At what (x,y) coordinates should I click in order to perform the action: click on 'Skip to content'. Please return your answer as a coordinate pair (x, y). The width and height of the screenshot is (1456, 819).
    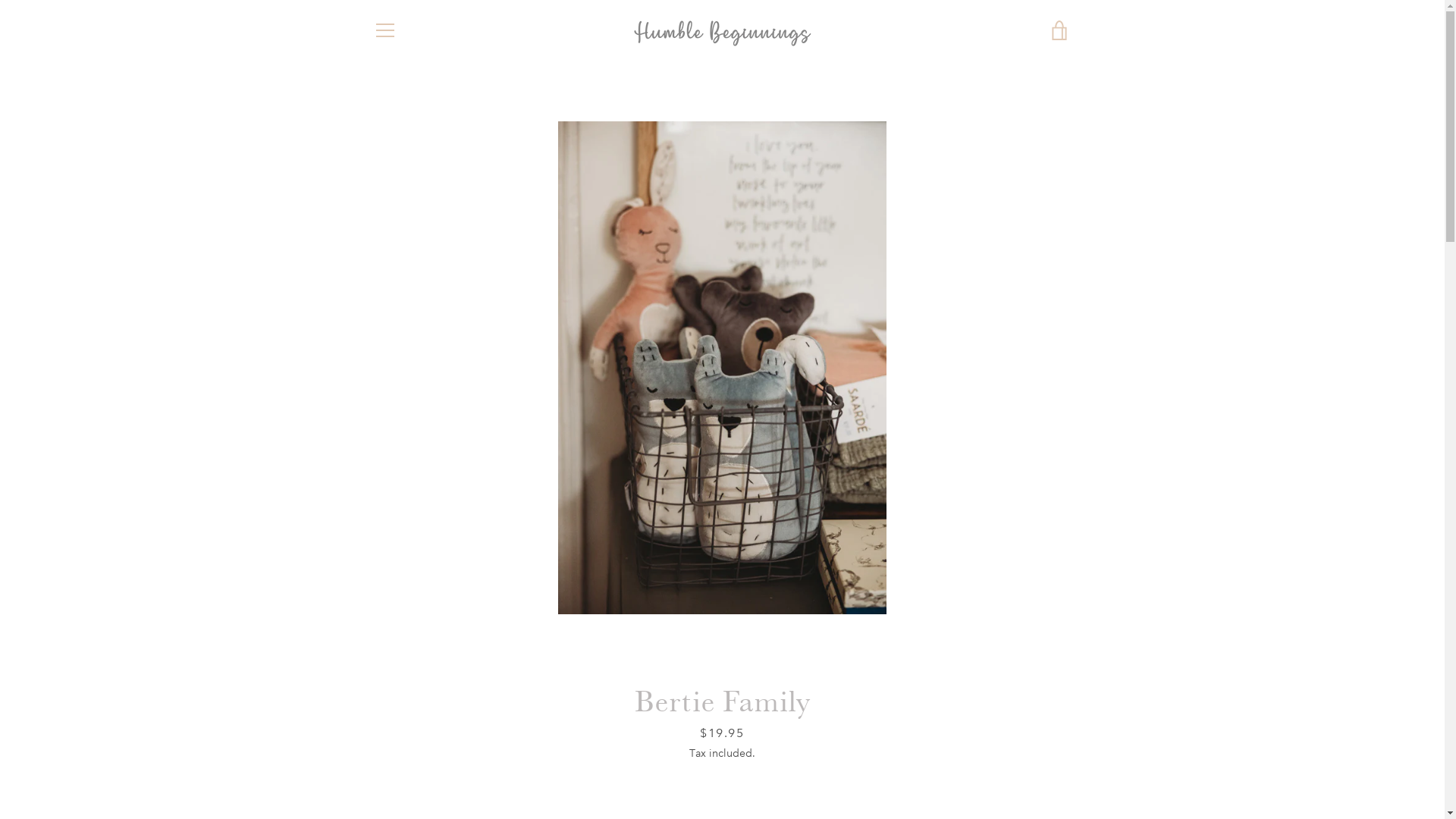
    Looking at the image, I should click on (0, 0).